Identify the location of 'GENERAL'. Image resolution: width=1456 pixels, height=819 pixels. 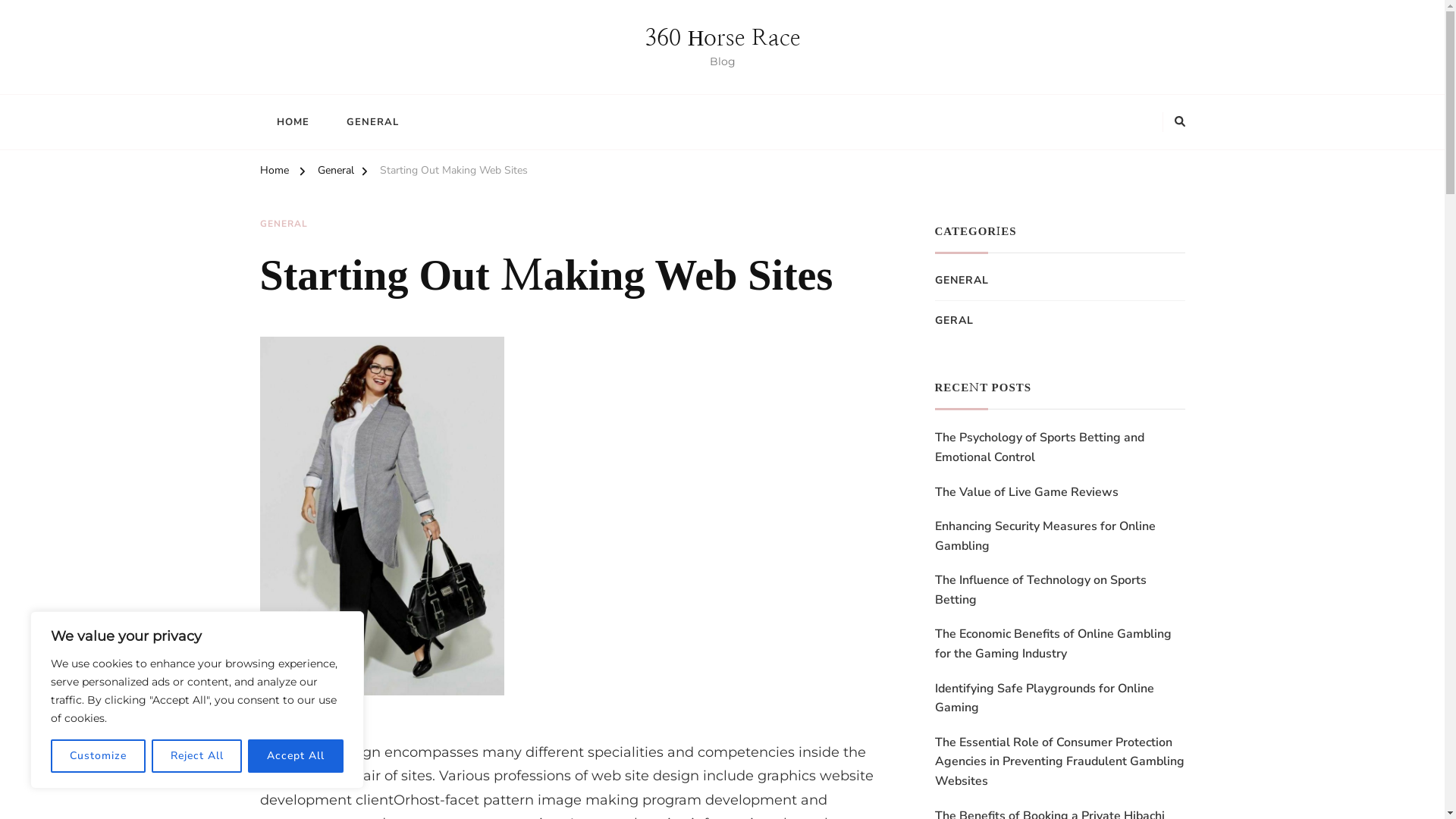
(259, 224).